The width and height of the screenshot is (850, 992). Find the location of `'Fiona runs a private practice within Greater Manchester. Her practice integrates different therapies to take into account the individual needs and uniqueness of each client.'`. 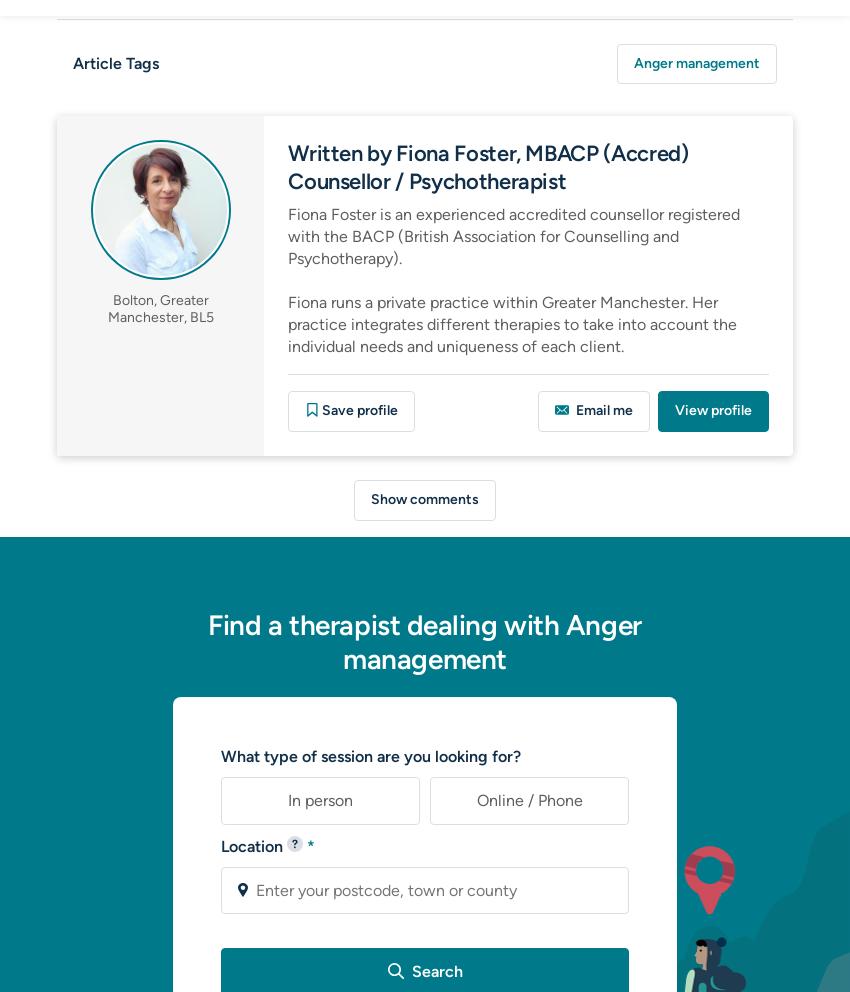

'Fiona runs a private practice within Greater Manchester. Her practice integrates different therapies to take into account the individual needs and uniqueness of each client.' is located at coordinates (511, 323).